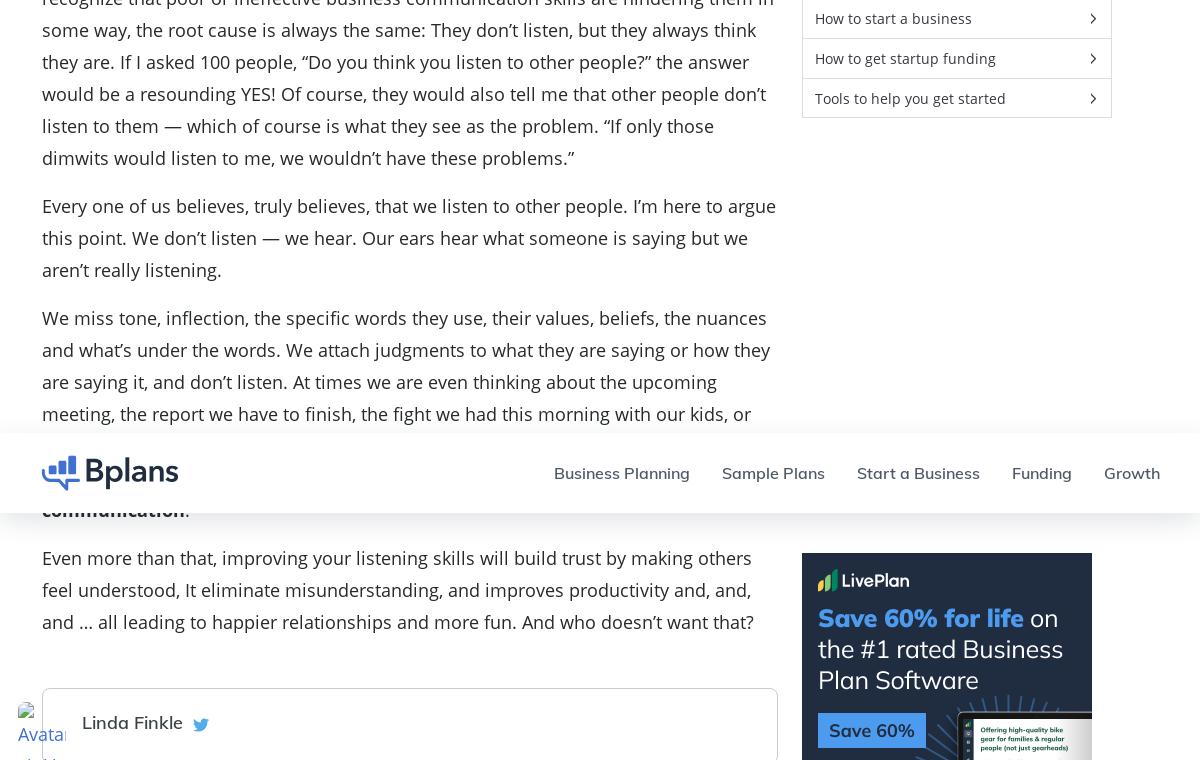 The width and height of the screenshot is (1200, 760). I want to click on 'Build a Better Business Plan.', so click(122, 158).